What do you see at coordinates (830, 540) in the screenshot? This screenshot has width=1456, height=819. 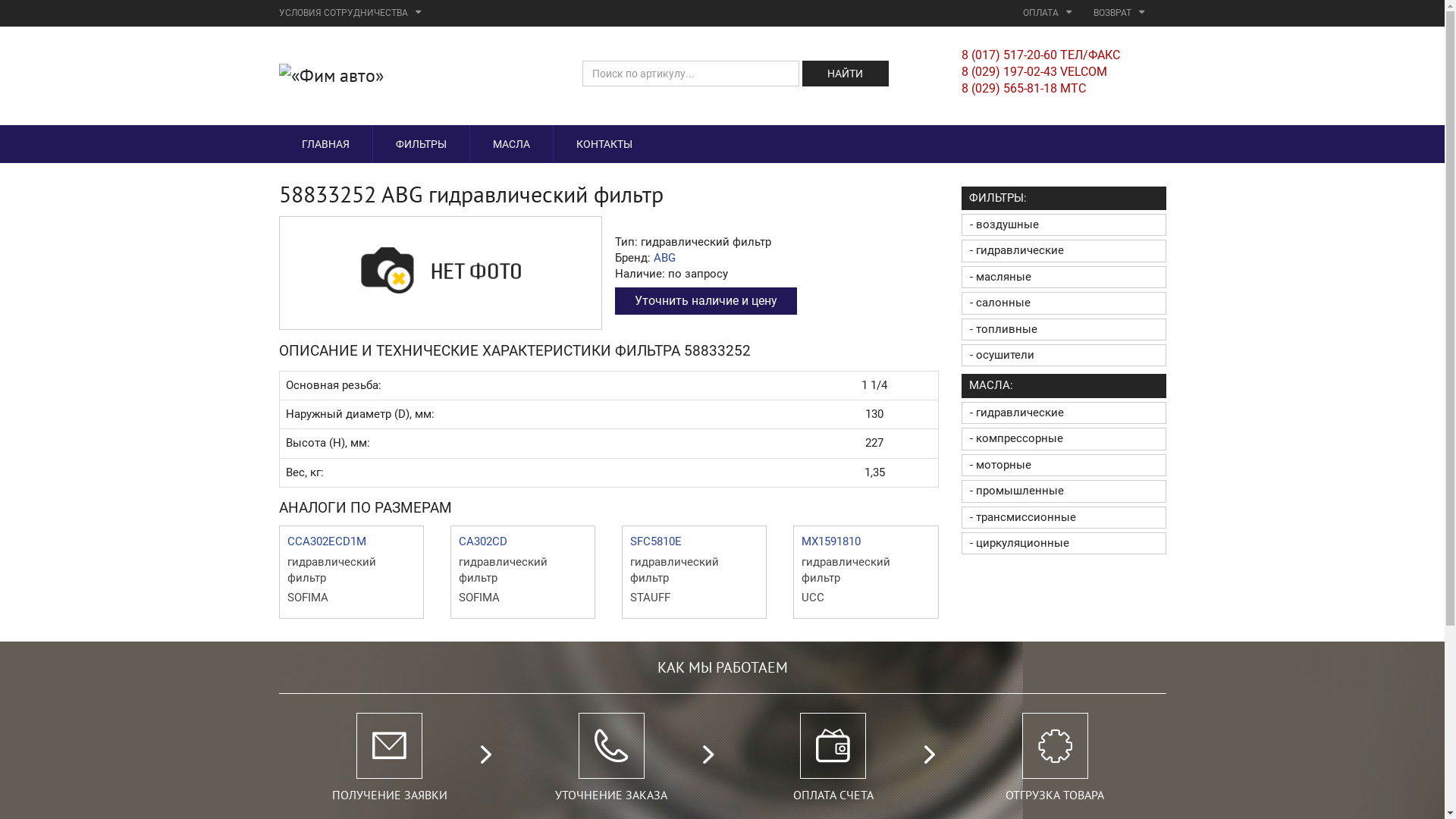 I see `'MX1591810'` at bounding box center [830, 540].